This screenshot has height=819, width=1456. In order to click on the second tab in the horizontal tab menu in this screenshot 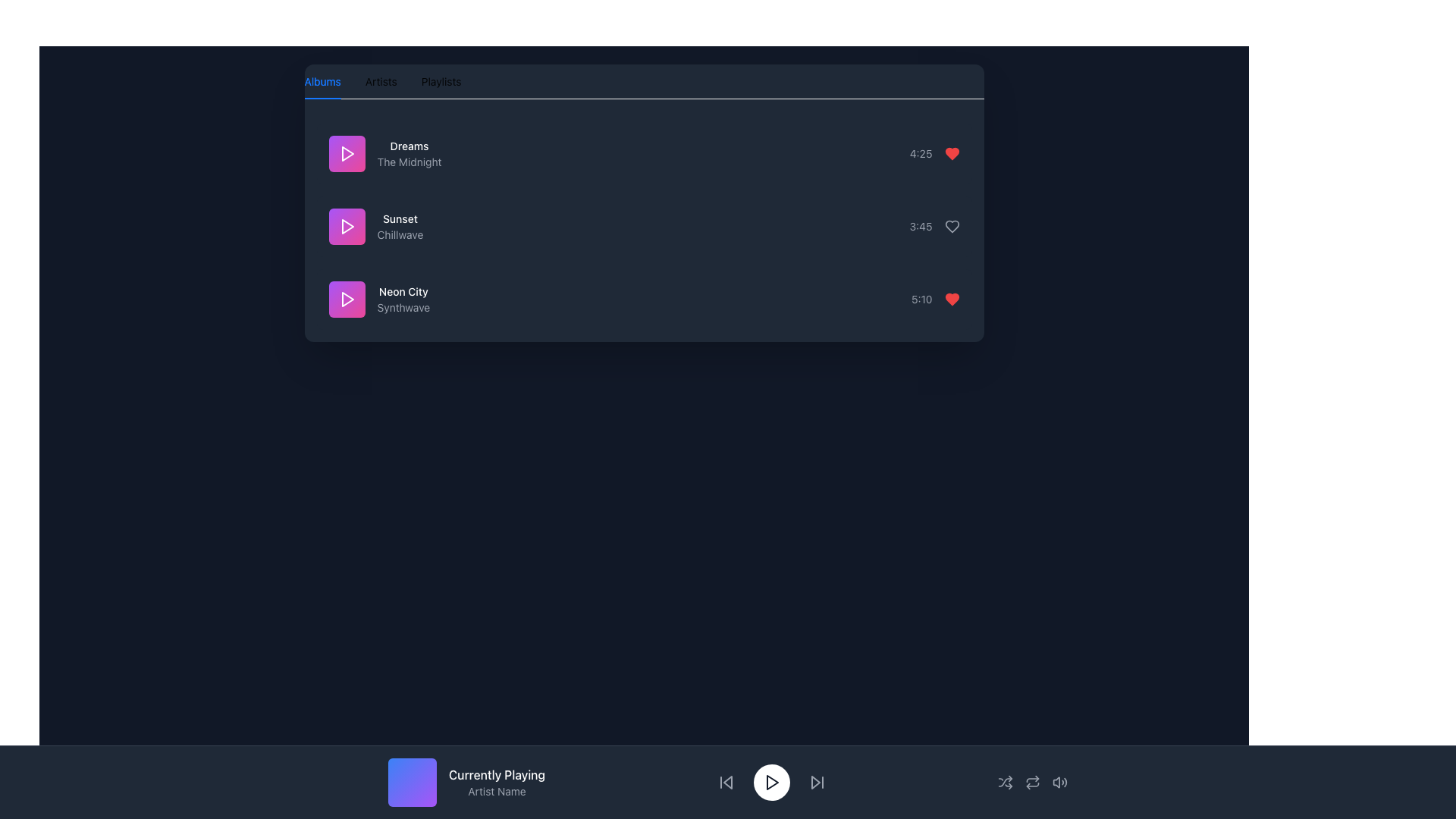, I will do `click(381, 82)`.